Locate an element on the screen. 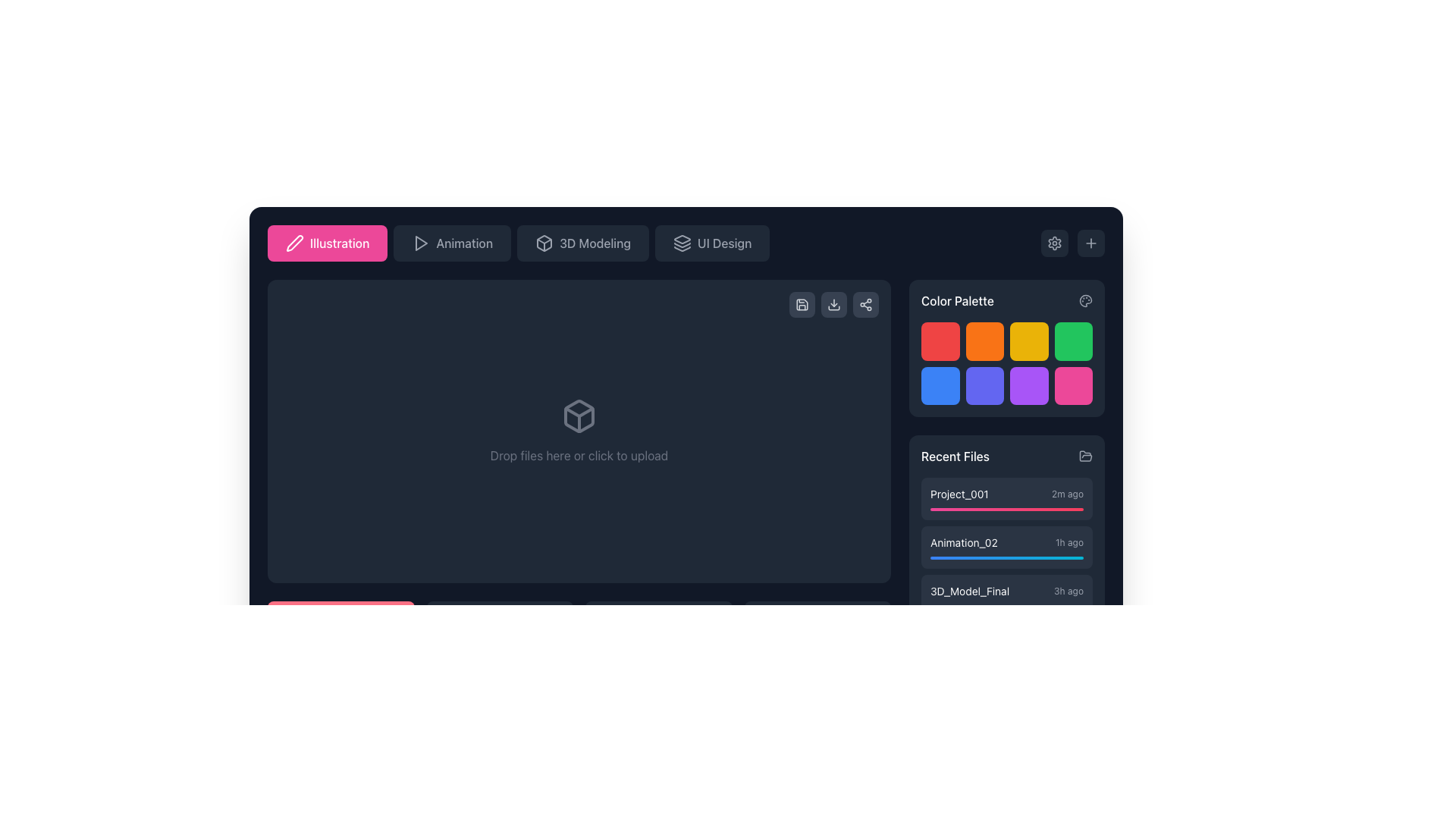 The width and height of the screenshot is (1456, 819). the first navigation button for 'Illustration' located at the top-left corner of the button row is located at coordinates (327, 242).